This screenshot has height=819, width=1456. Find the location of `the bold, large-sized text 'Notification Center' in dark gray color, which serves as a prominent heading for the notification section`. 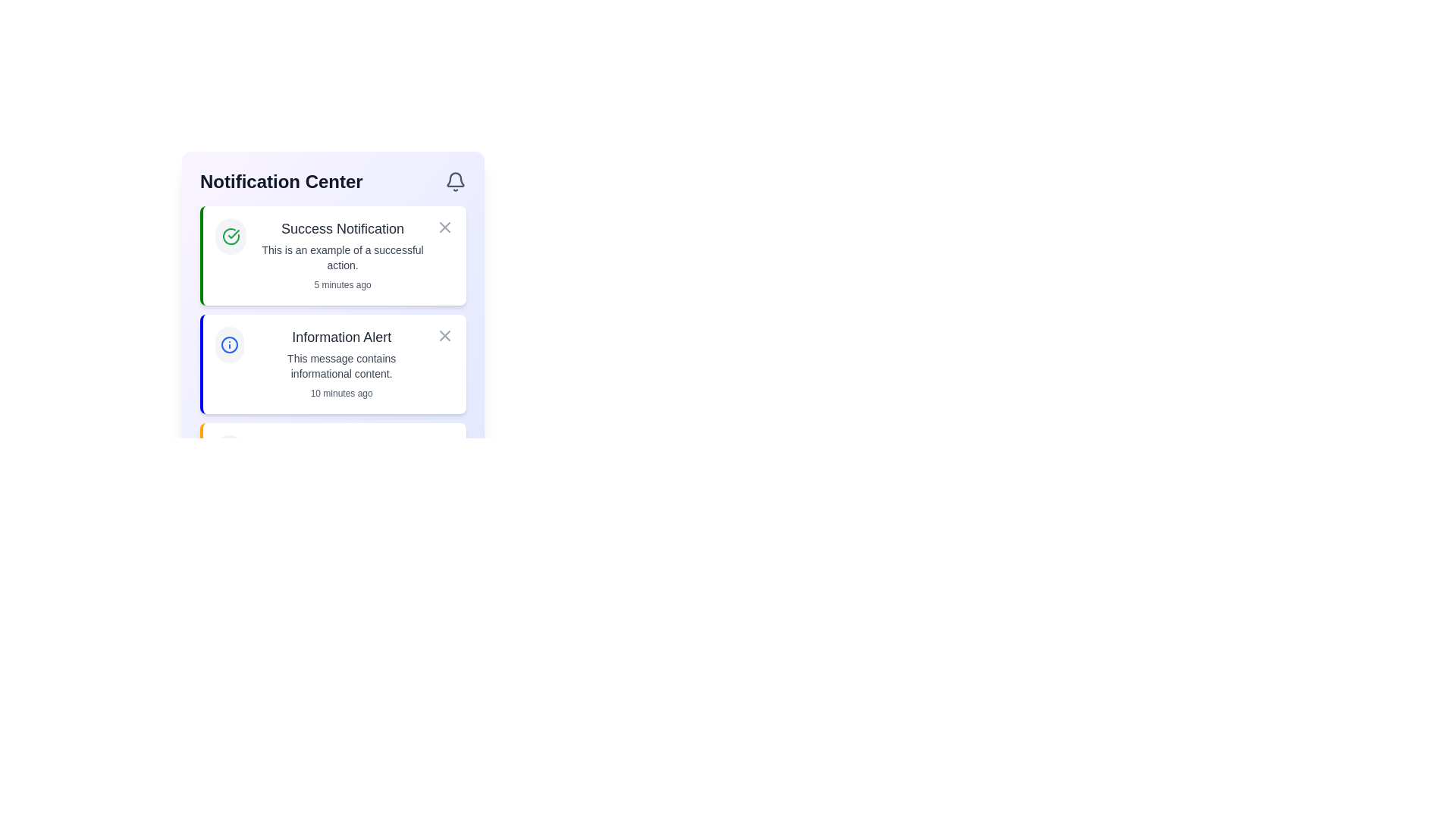

the bold, large-sized text 'Notification Center' in dark gray color, which serves as a prominent heading for the notification section is located at coordinates (281, 180).